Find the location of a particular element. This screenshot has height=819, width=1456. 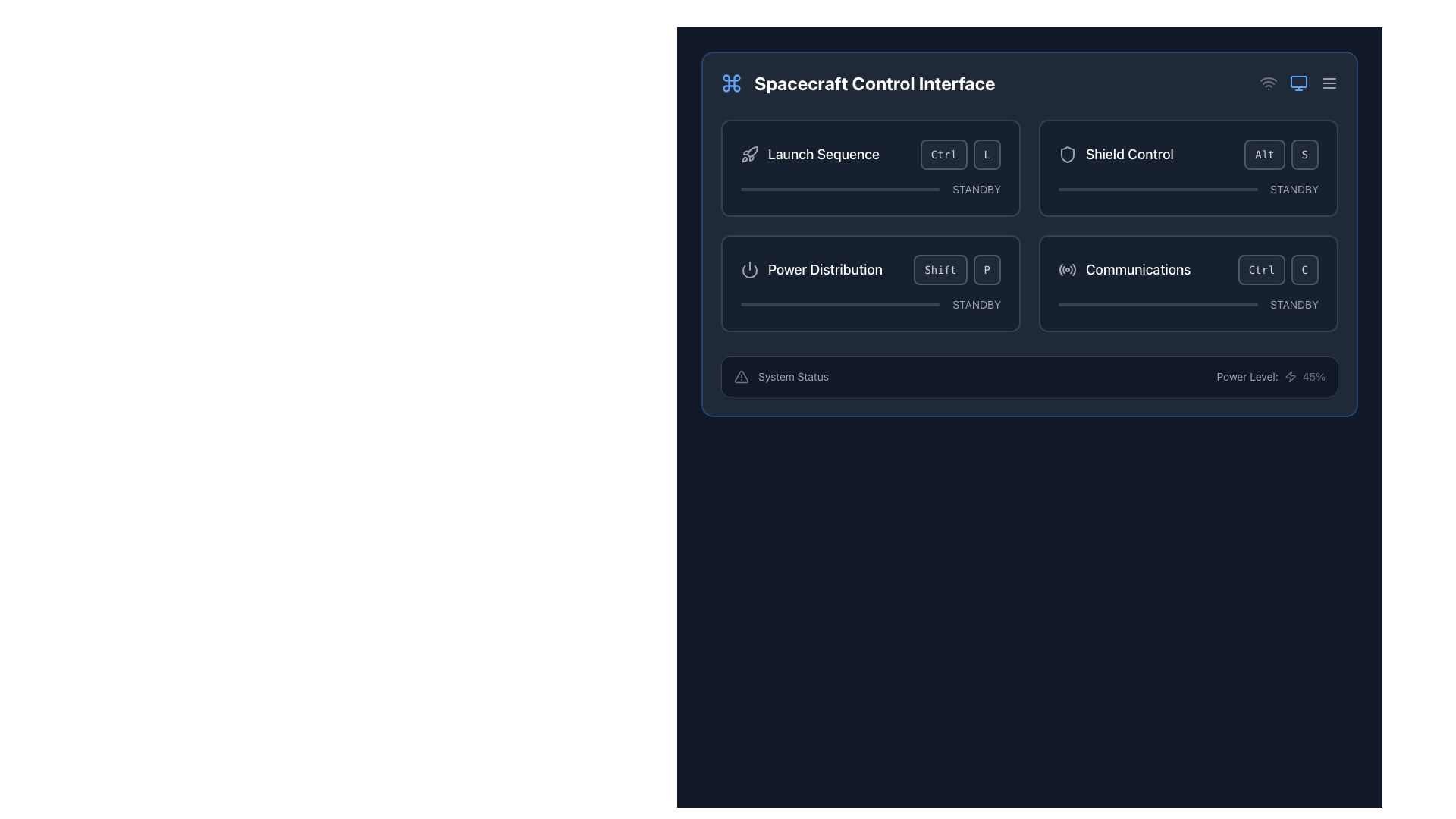

the shield control icon located in the top-right quadrant of the 'Spacecraft Control Interface' panel, next to its label is located at coordinates (1066, 155).